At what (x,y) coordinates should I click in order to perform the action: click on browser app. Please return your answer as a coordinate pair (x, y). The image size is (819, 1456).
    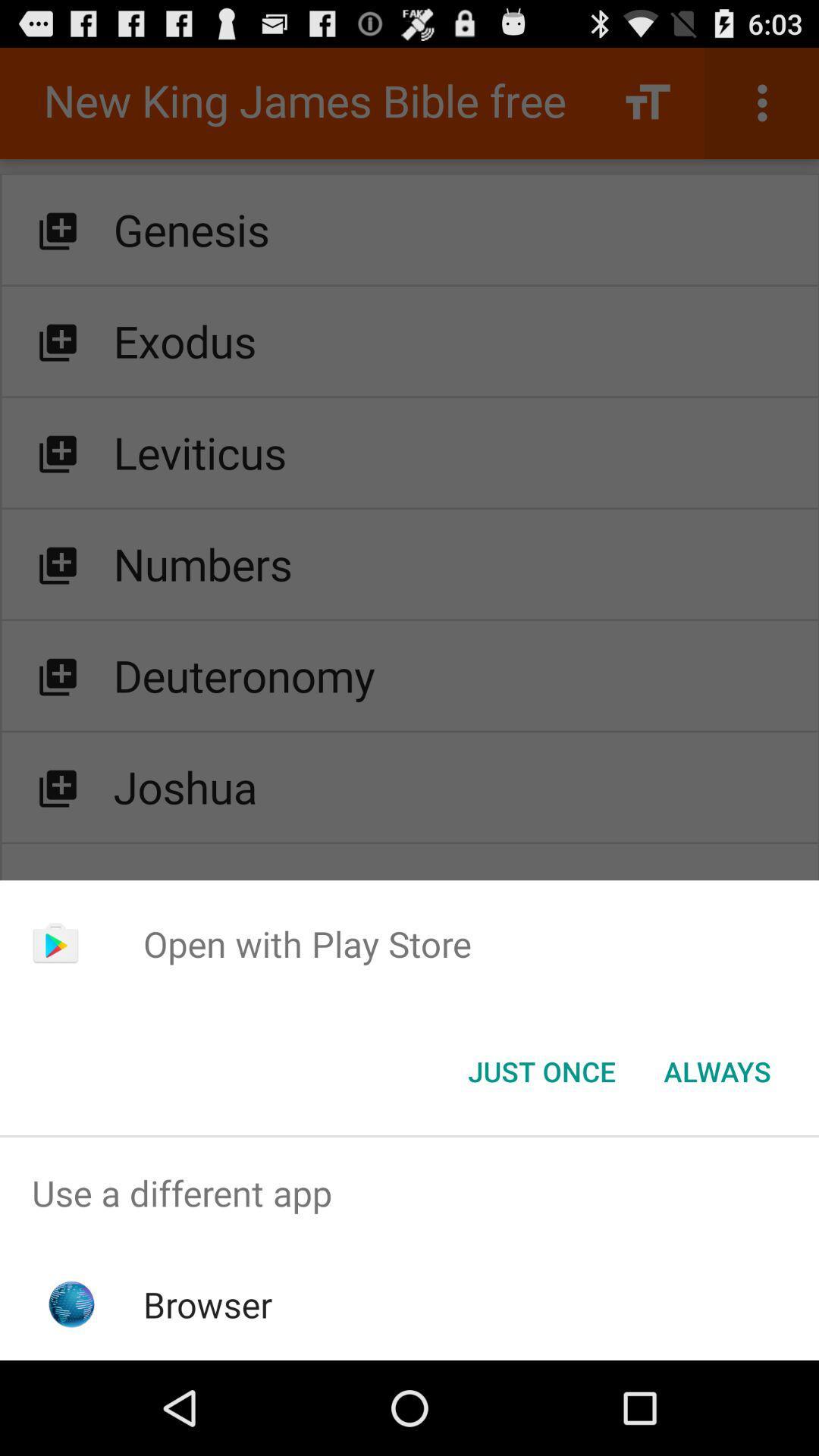
    Looking at the image, I should click on (208, 1304).